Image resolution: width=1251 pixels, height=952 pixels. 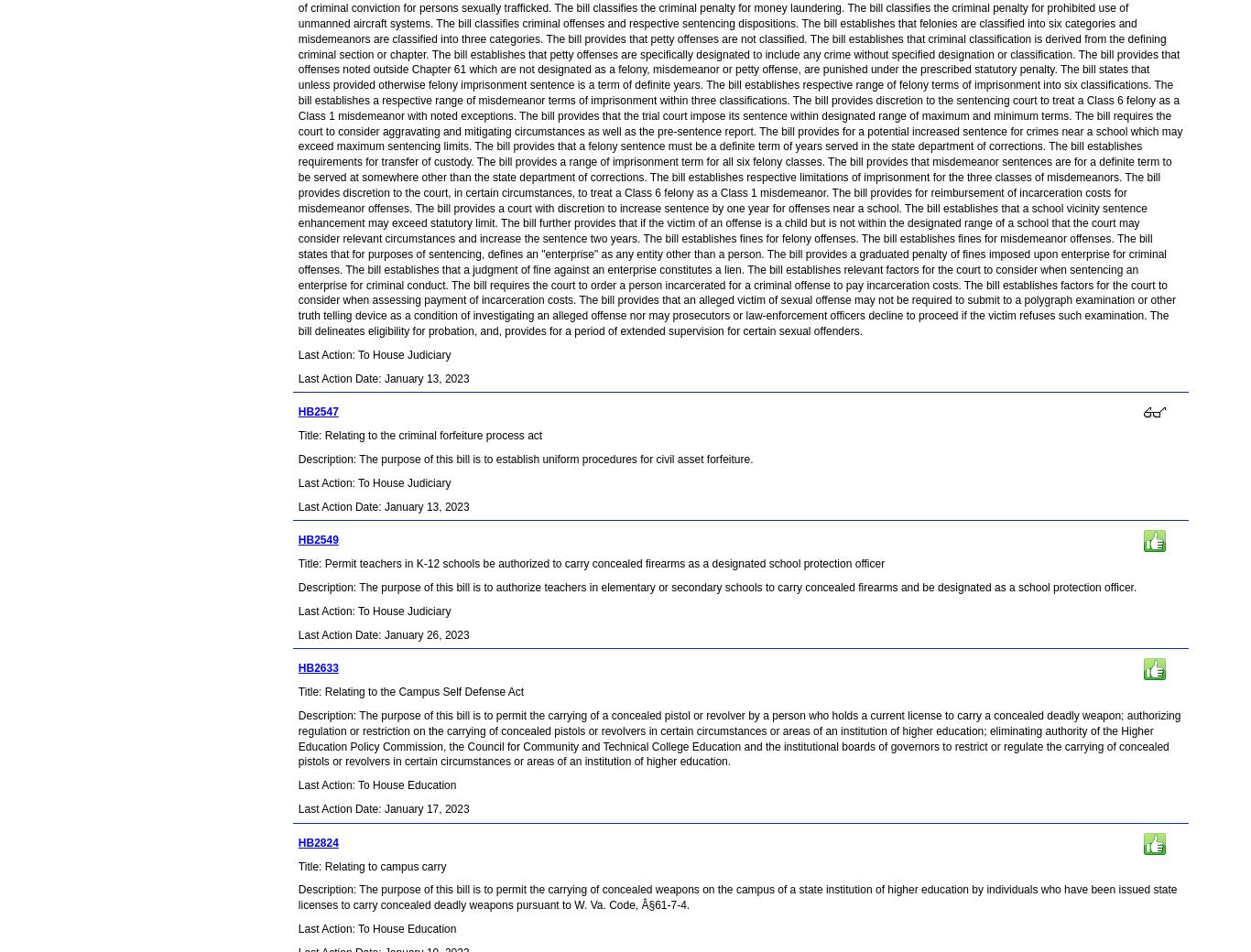 What do you see at coordinates (297, 806) in the screenshot?
I see `'Last Action Date: January 17, 2023'` at bounding box center [297, 806].